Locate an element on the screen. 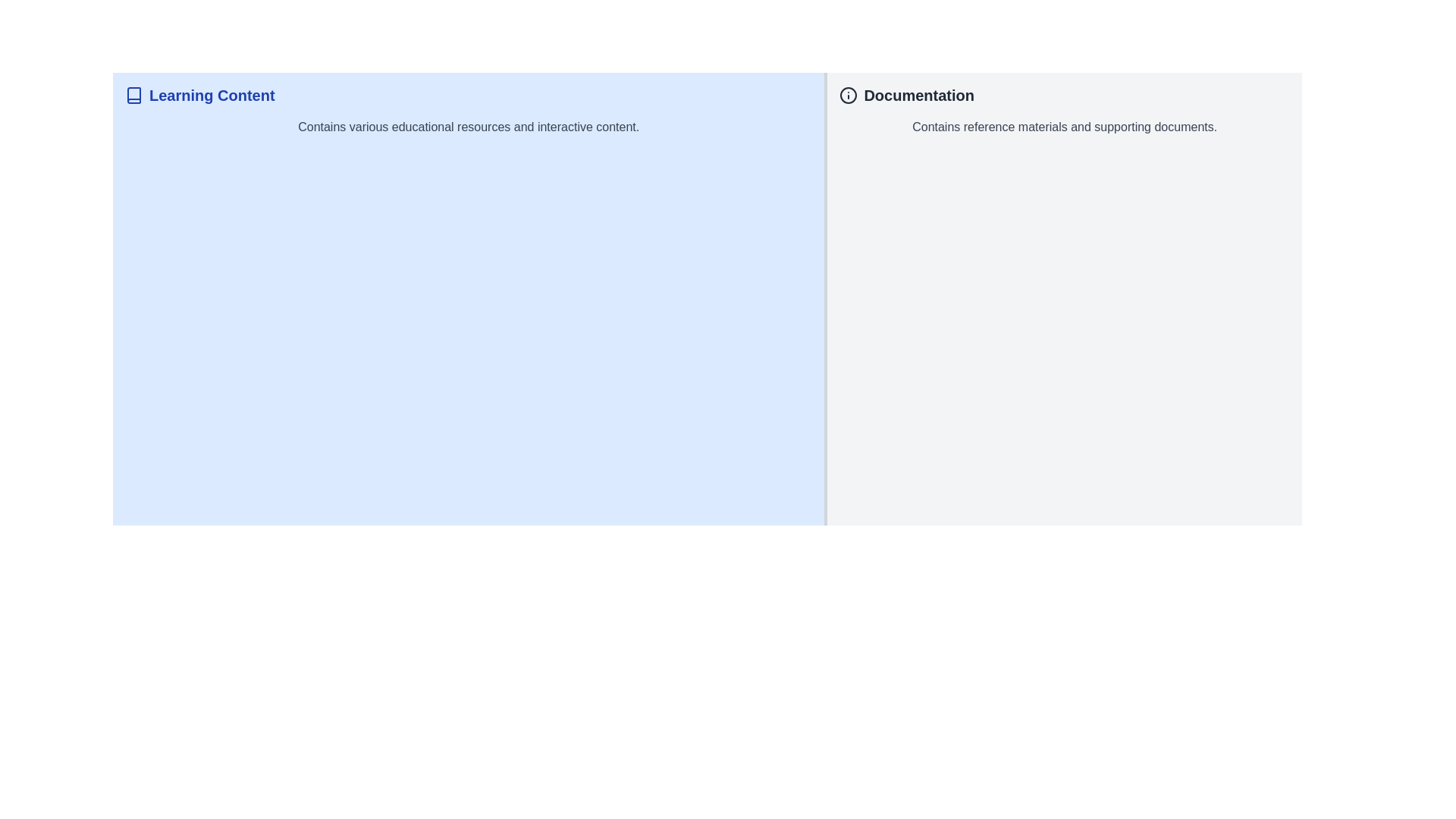  the circular outline of the SVG icon located to the left of the 'Documentation' label is located at coordinates (848, 96).